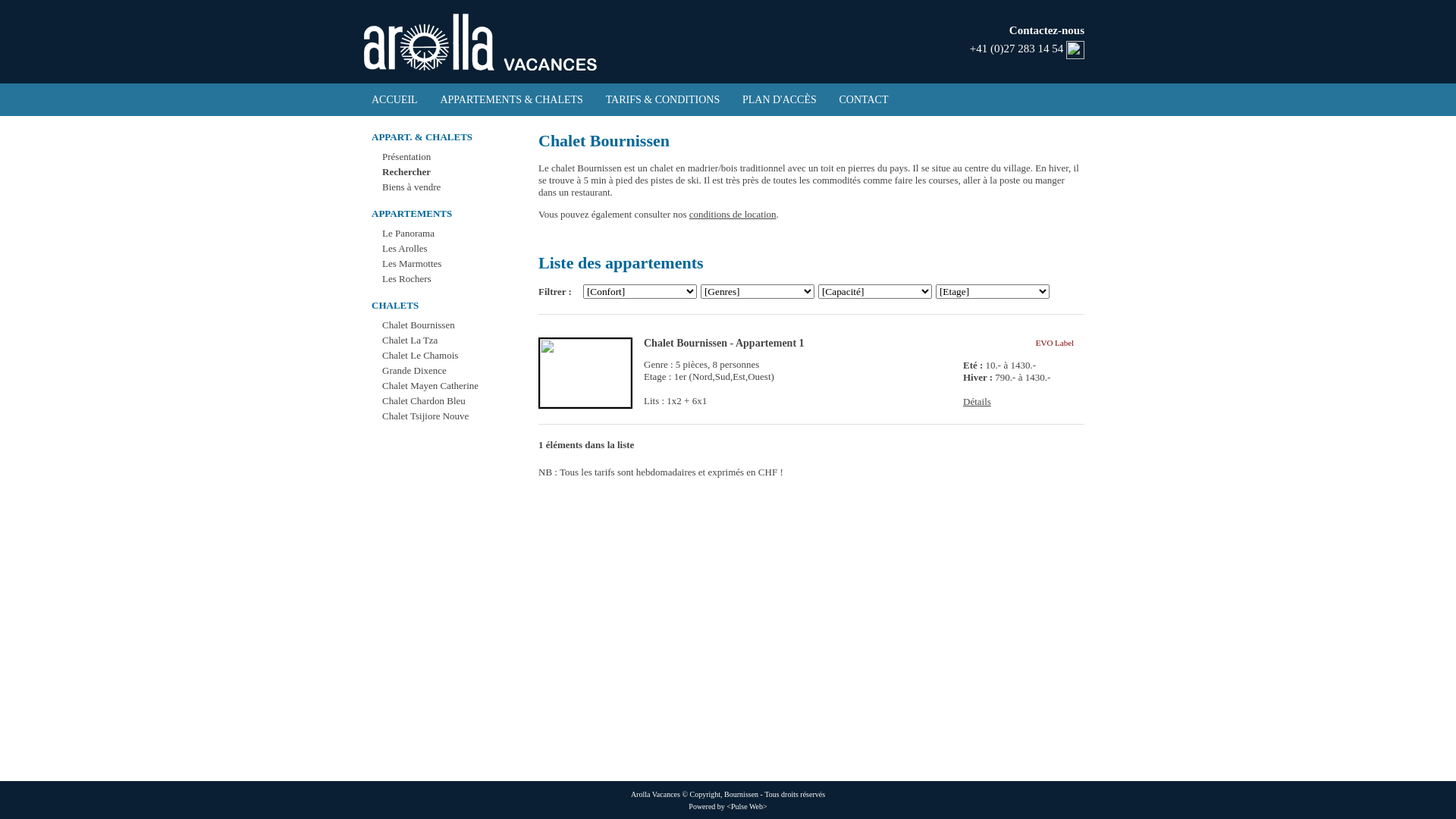 The image size is (1456, 819). Describe the element at coordinates (394, 99) in the screenshot. I see `'ACCUEIL'` at that location.